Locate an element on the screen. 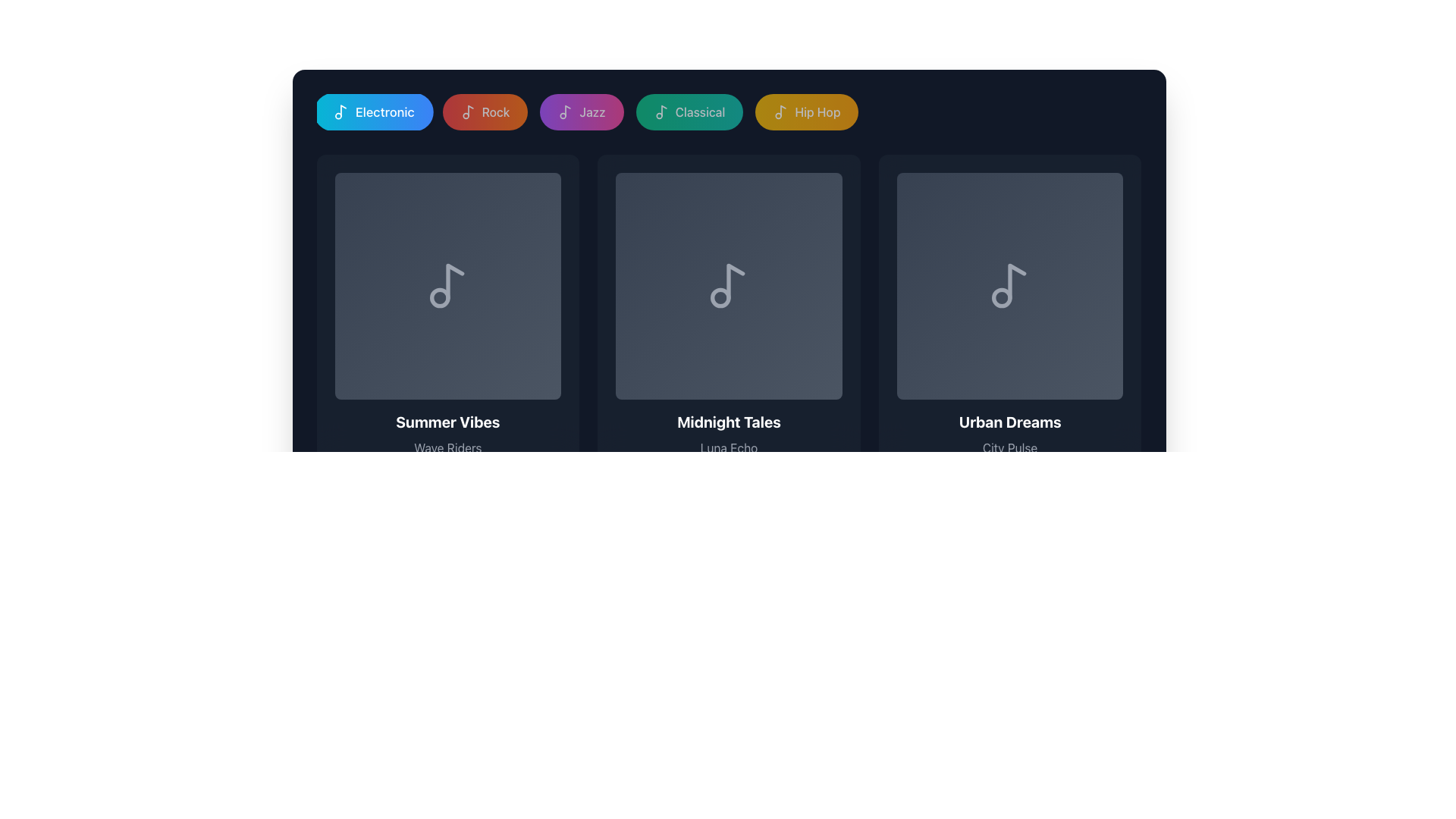  the text block displaying the title, artist, and details of the first music playlist or album to trigger a tooltip or highlight is located at coordinates (447, 444).